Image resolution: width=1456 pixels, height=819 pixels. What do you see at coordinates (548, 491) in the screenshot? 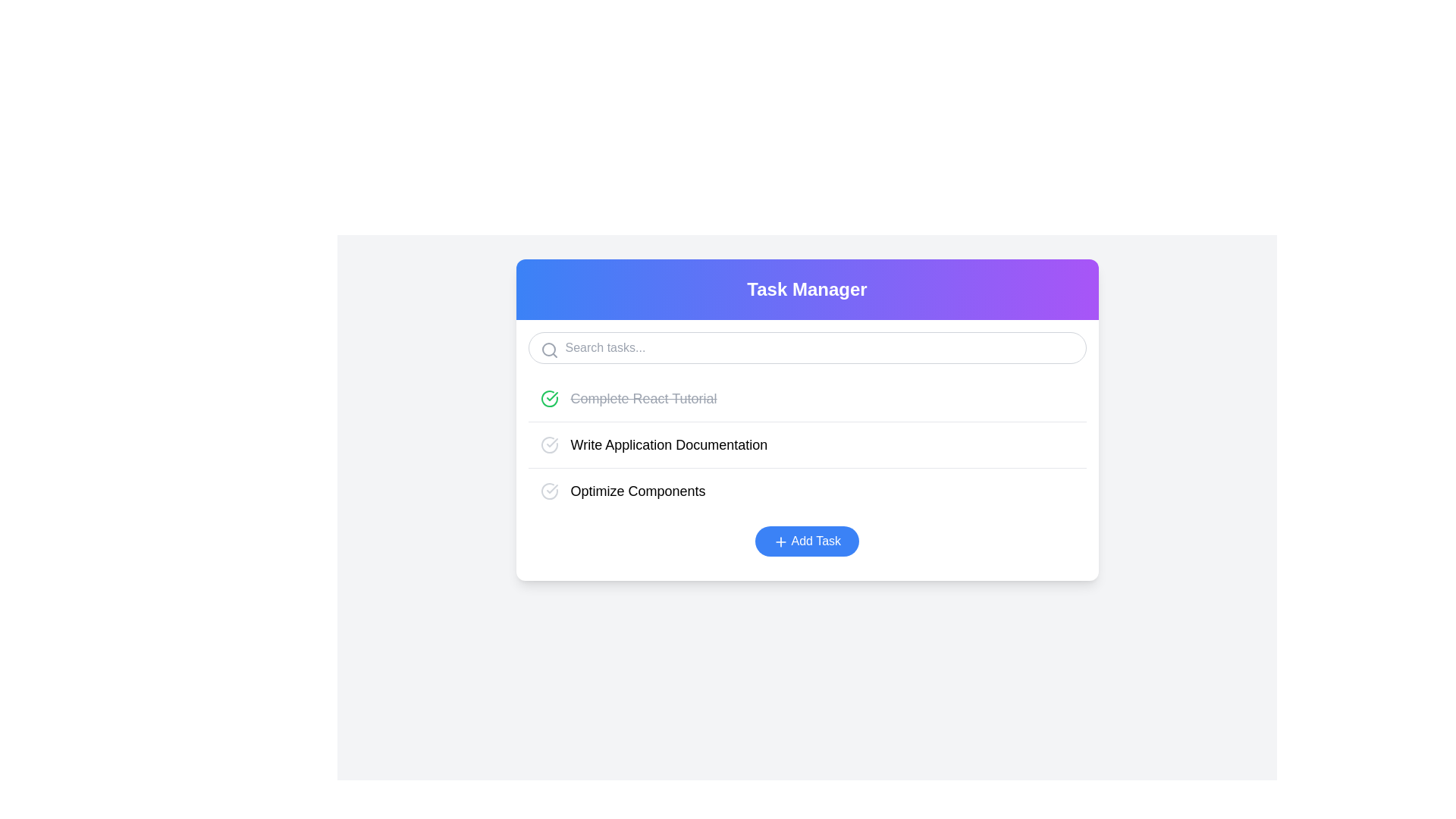
I see `the completion icon located to the left of the 'Optimize Components' task title in the task list interface` at bounding box center [548, 491].